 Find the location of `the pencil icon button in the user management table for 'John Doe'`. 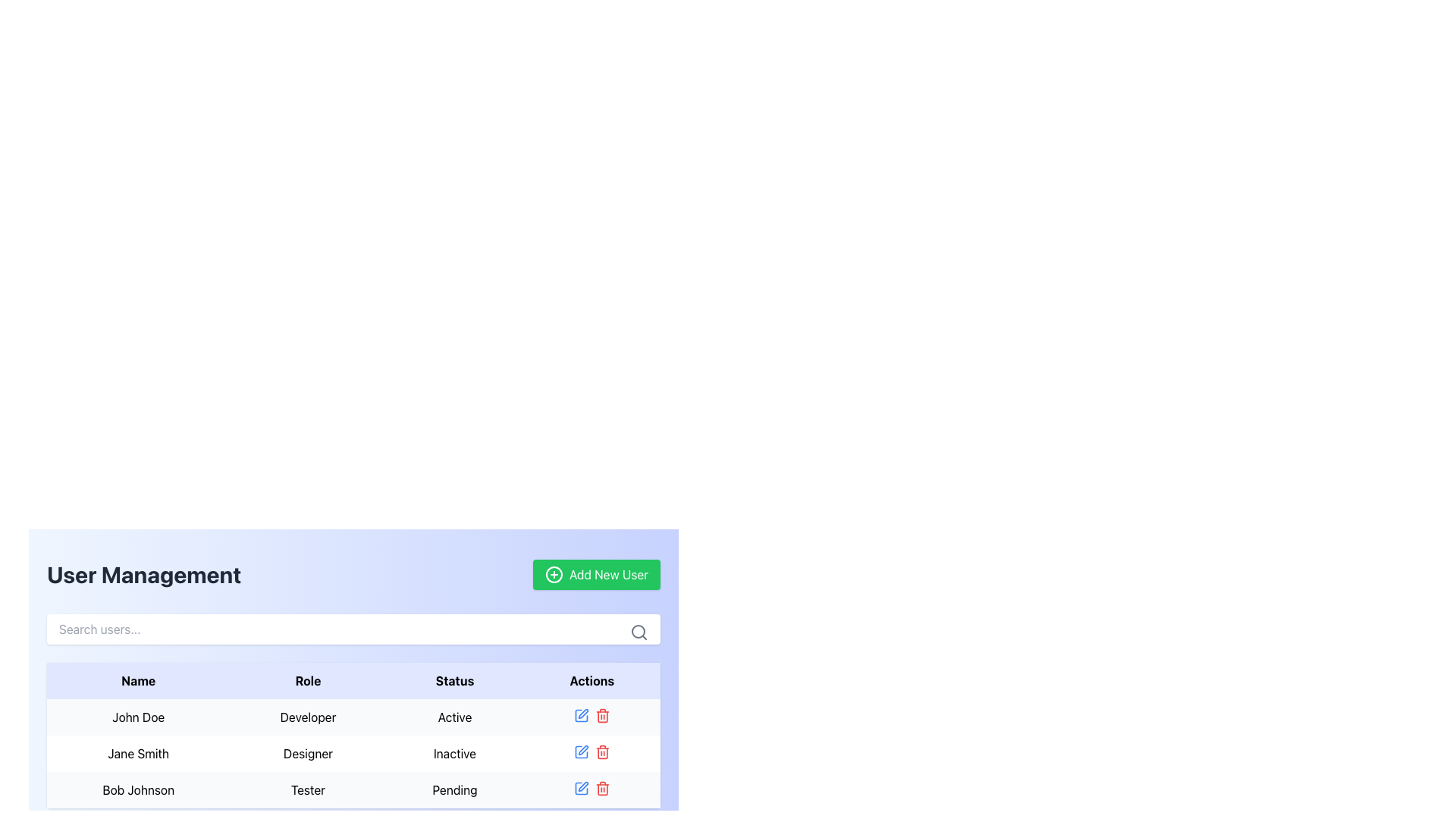

the pencil icon button in the user management table for 'John Doe' is located at coordinates (582, 714).